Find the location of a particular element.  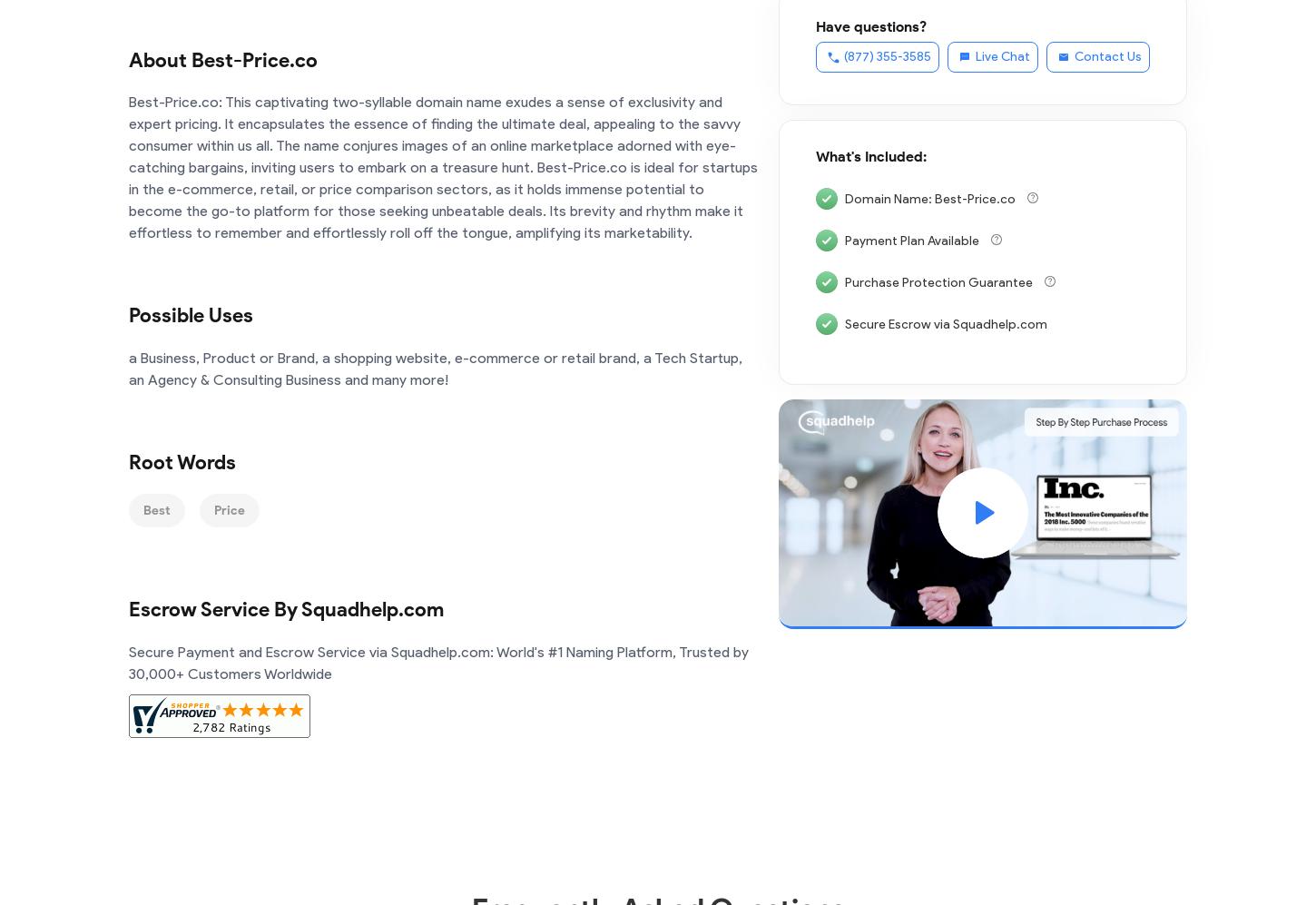

'Best-Price.co: This captivating two-syllable domain name exudes a sense of exclusivity and expert pricing. It encapsulates the essence of finding the ultimate deal, appealing to the savvy consumer within us all. The name conjures images of an online marketplace adorned with eye-catching bargains, inviting users to embark on a treasure hunt. Best-Price.co is ideal for startups in the e-commerce, retail, or price comparison sectors, as it holds immense potential to become the go-to platform for those seeking unbeatable deals. Its brevity and rhythm make it effortless to remember and effortlessly roll off the tongue, amplifying its marketability.' is located at coordinates (445, 167).